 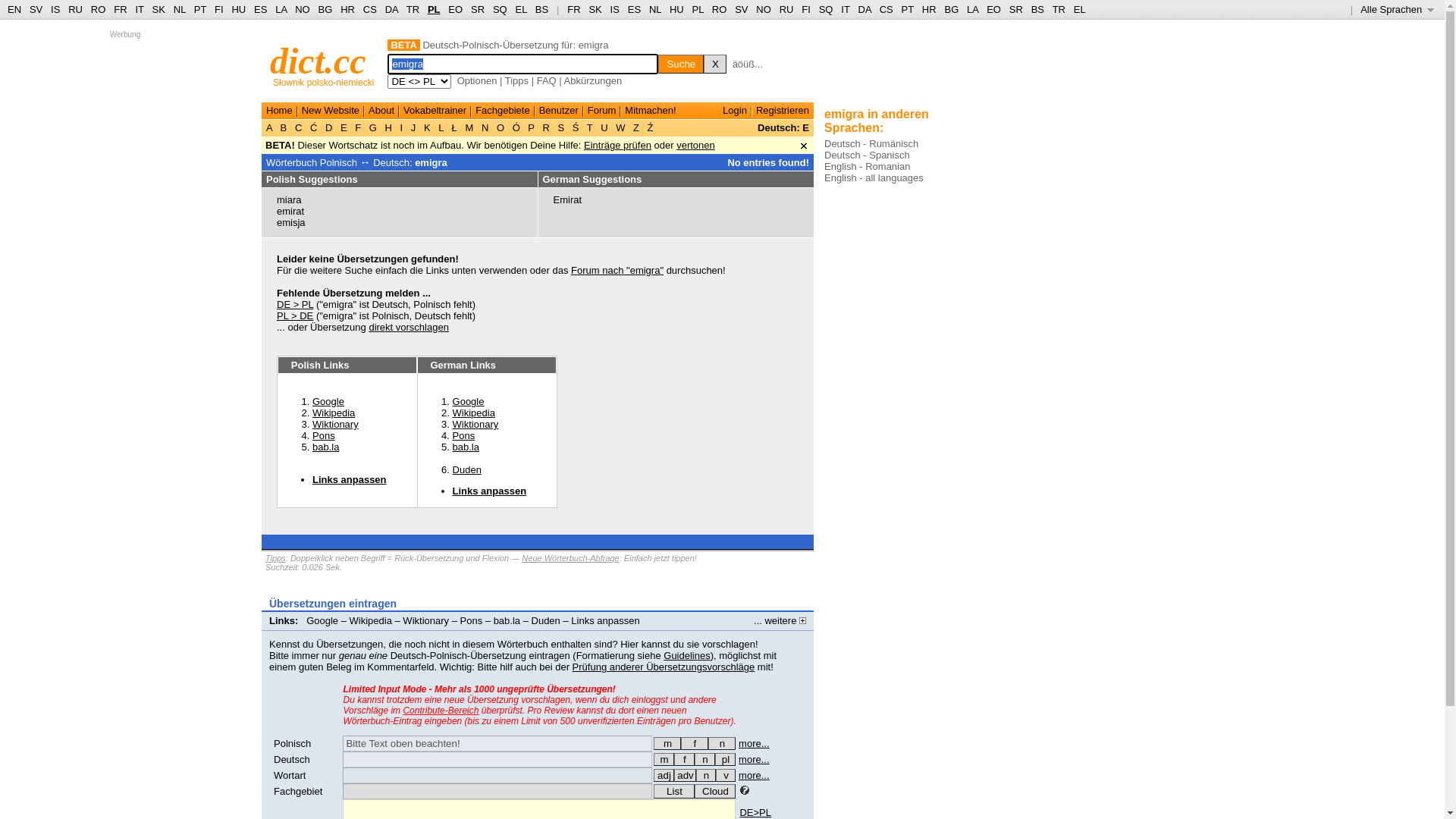 What do you see at coordinates (621, 127) in the screenshot?
I see `'W'` at bounding box center [621, 127].